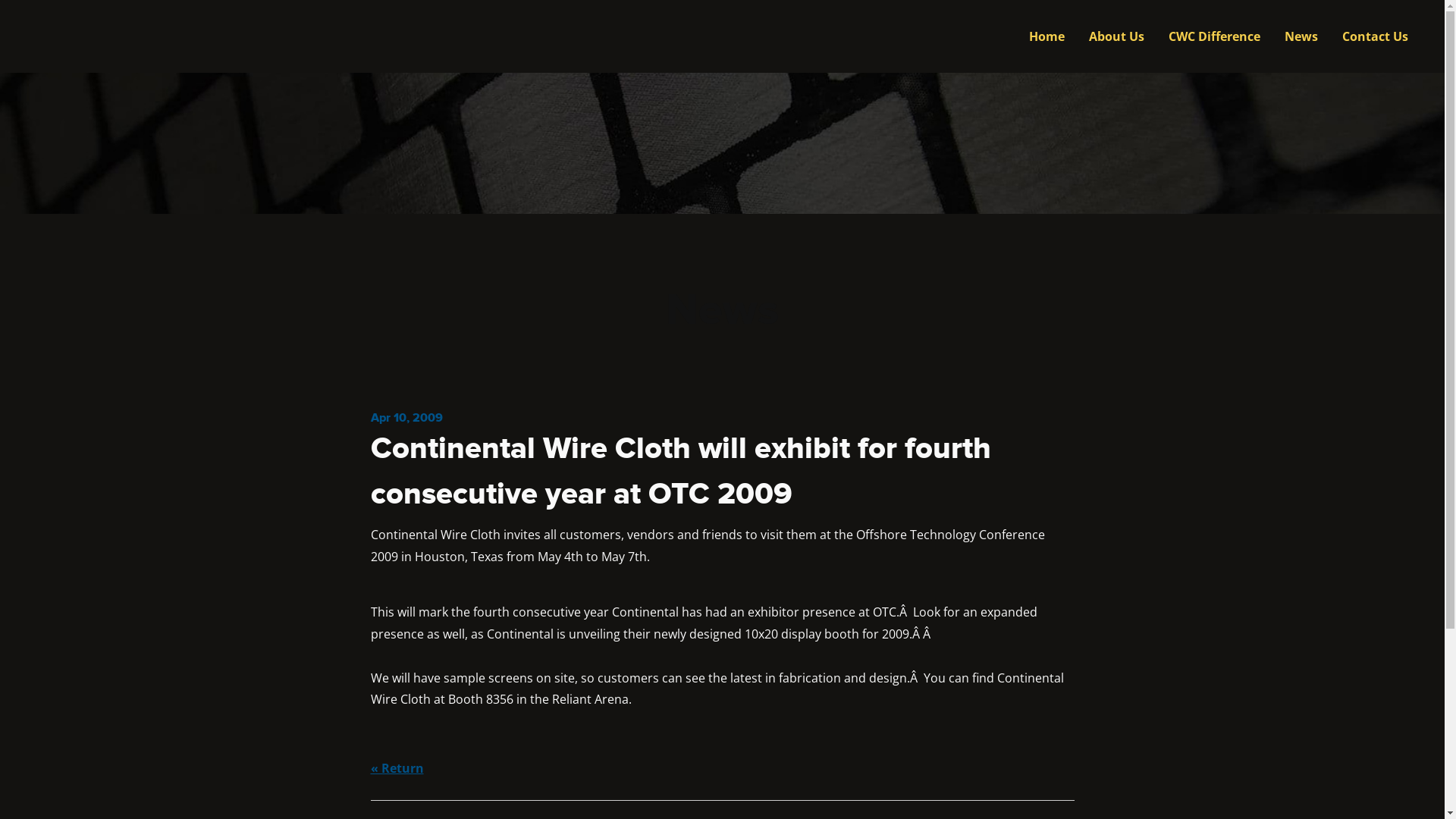 Image resolution: width=1456 pixels, height=819 pixels. I want to click on 'Home', so click(1046, 35).